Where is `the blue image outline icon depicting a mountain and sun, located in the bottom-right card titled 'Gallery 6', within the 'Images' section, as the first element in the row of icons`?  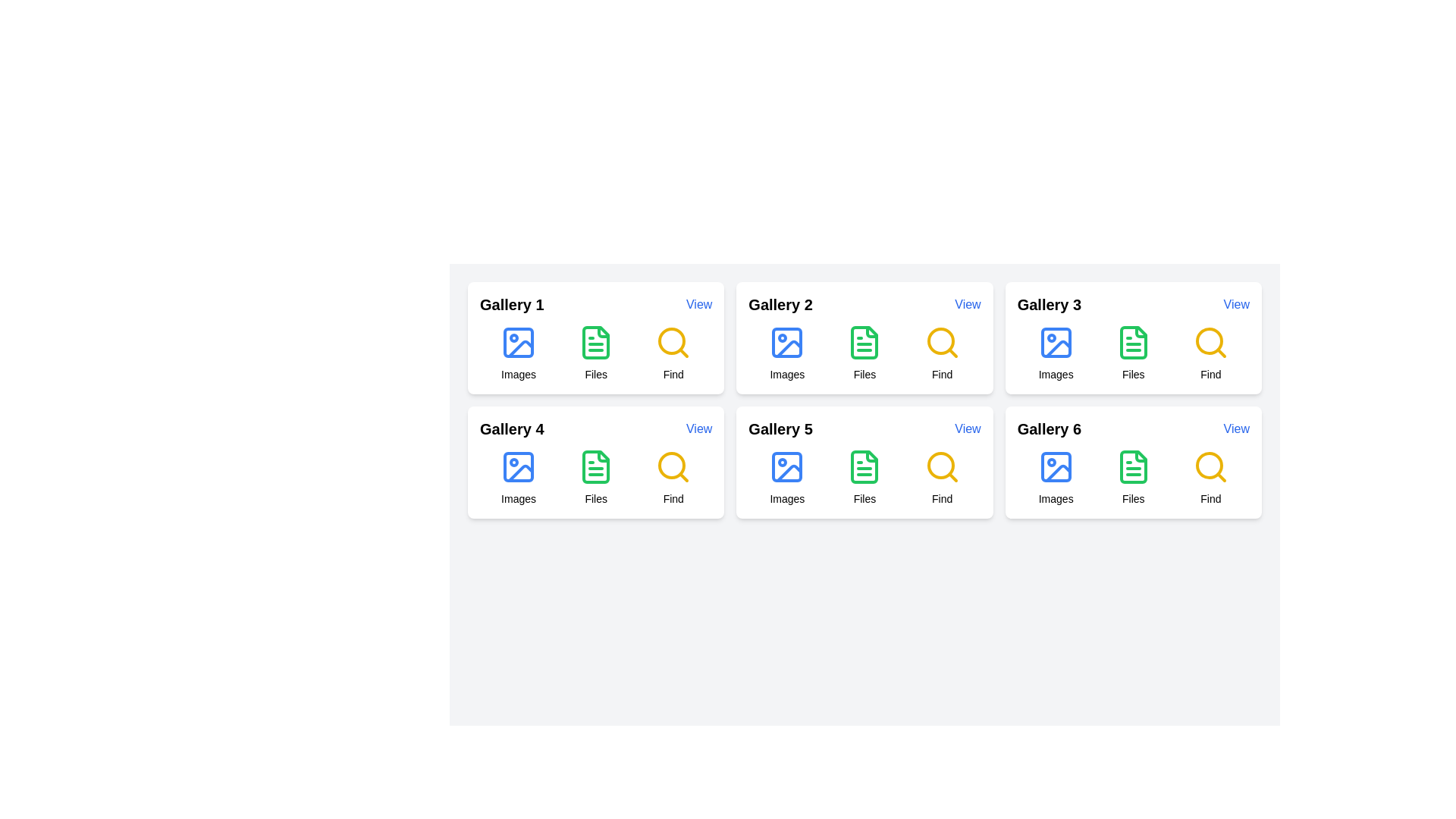 the blue image outline icon depicting a mountain and sun, located in the bottom-right card titled 'Gallery 6', within the 'Images' section, as the first element in the row of icons is located at coordinates (1055, 466).